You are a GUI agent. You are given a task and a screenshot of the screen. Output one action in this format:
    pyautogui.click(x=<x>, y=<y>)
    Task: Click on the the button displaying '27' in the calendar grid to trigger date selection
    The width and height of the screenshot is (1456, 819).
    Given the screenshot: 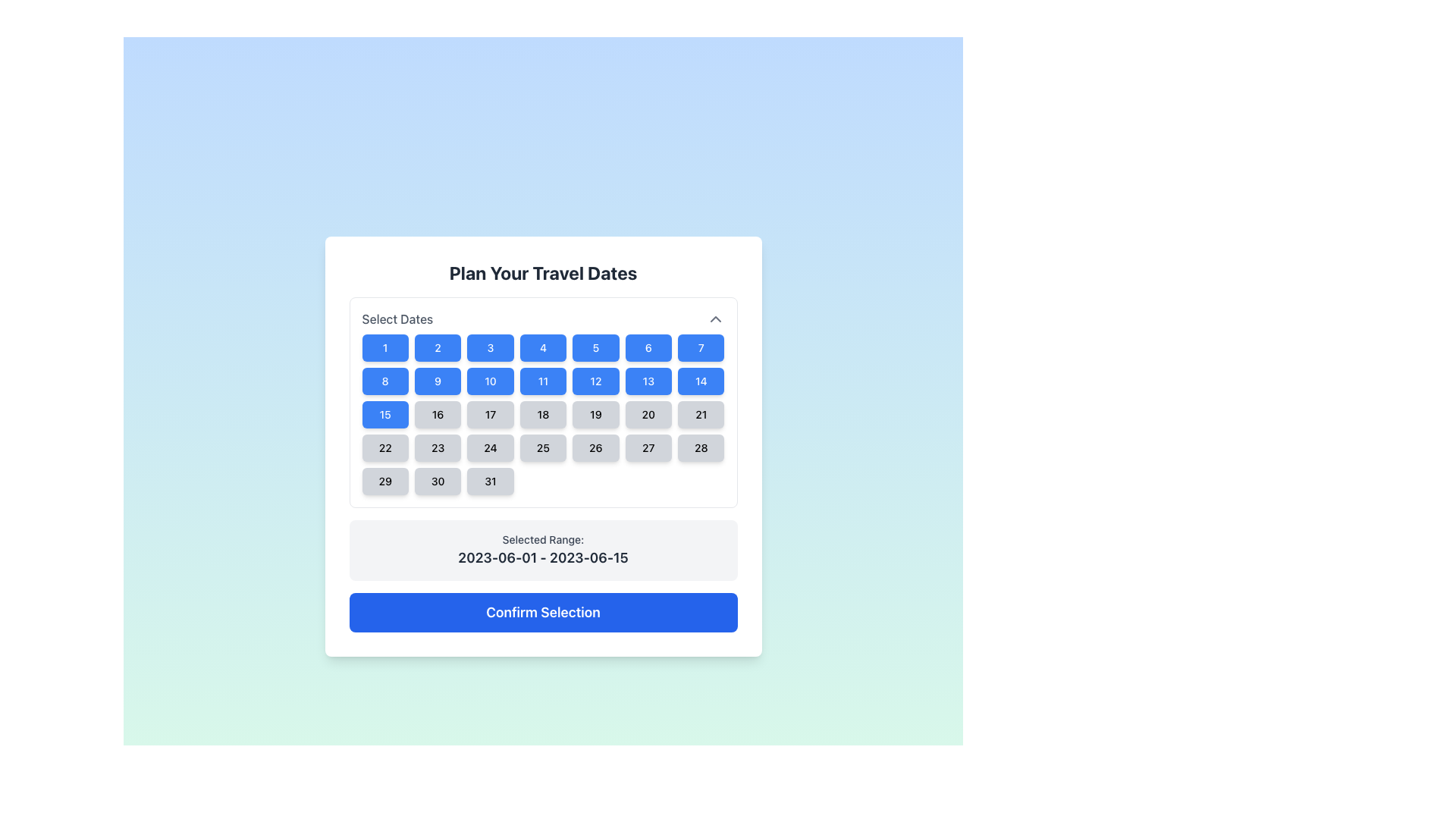 What is the action you would take?
    pyautogui.click(x=648, y=447)
    